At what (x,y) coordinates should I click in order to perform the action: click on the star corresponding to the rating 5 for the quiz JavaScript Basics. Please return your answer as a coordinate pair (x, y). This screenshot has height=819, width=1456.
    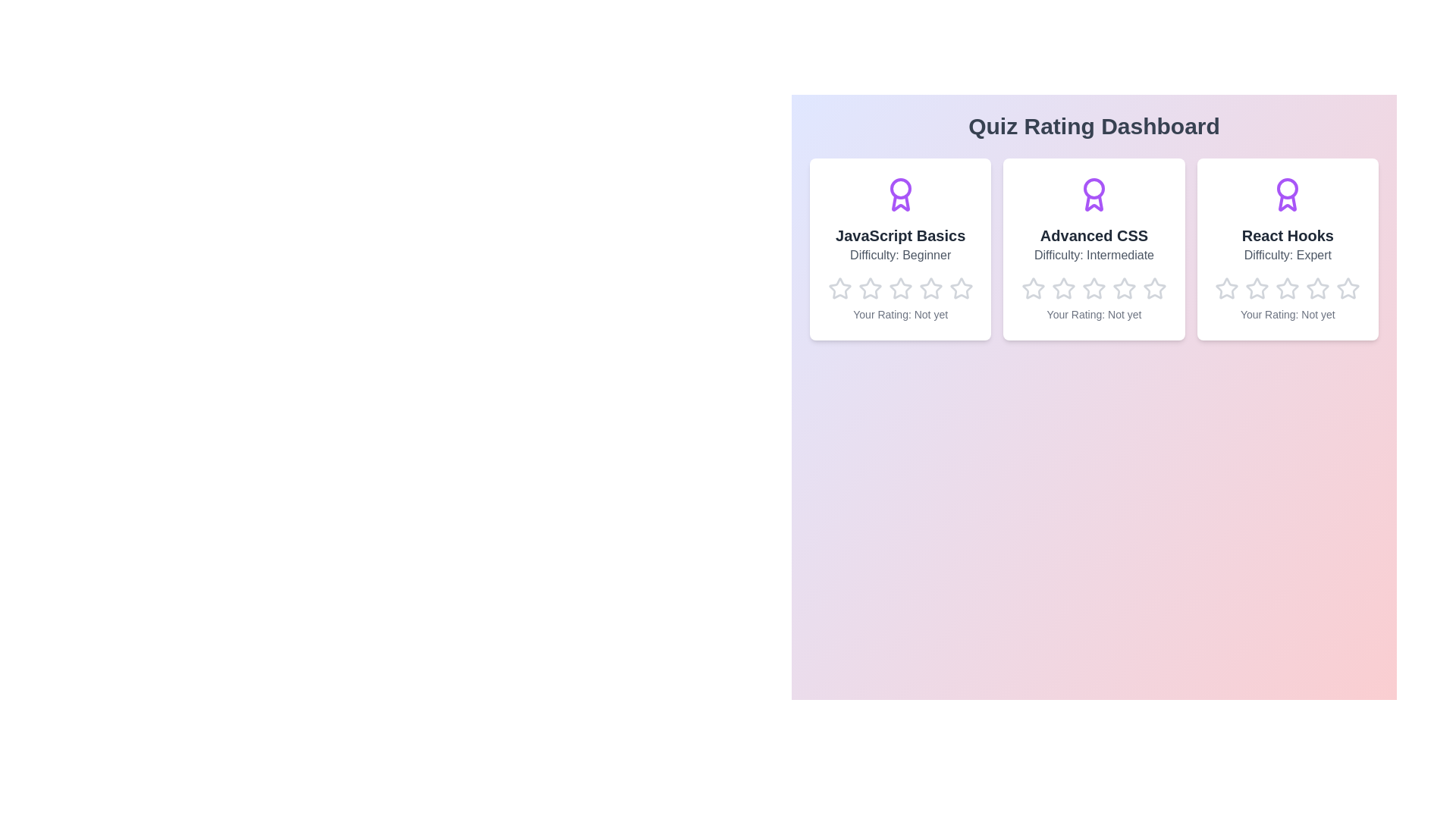
    Looking at the image, I should click on (948, 277).